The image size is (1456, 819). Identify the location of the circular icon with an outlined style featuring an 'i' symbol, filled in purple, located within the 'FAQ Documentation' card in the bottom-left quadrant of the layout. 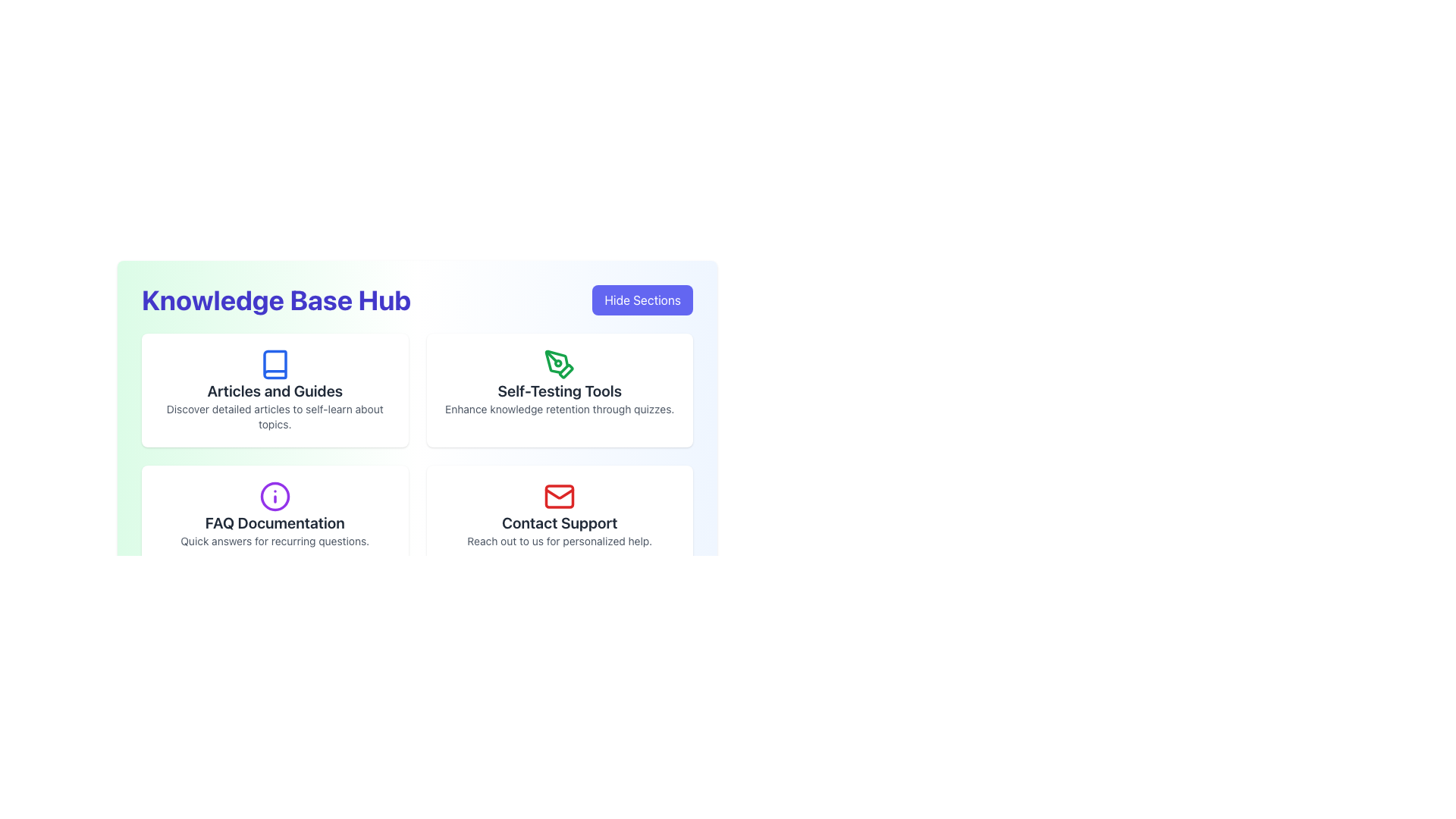
(275, 497).